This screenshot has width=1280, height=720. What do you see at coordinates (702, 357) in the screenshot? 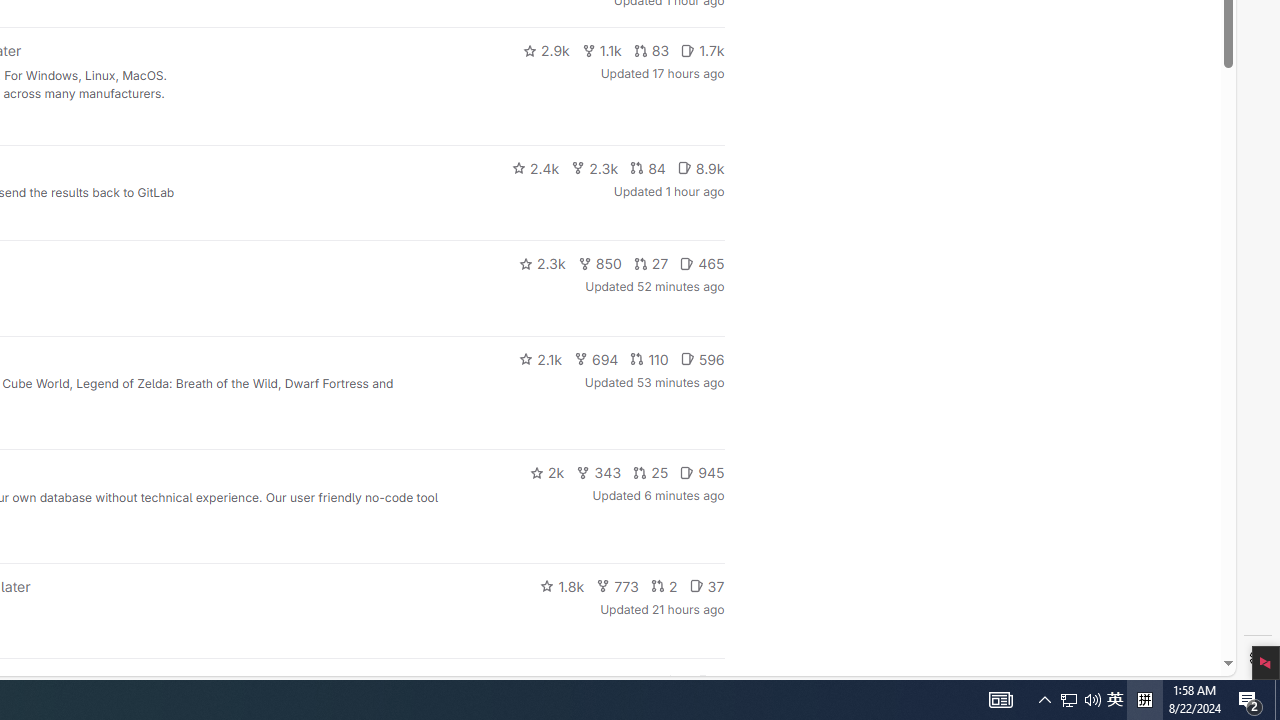
I see `'596'` at bounding box center [702, 357].